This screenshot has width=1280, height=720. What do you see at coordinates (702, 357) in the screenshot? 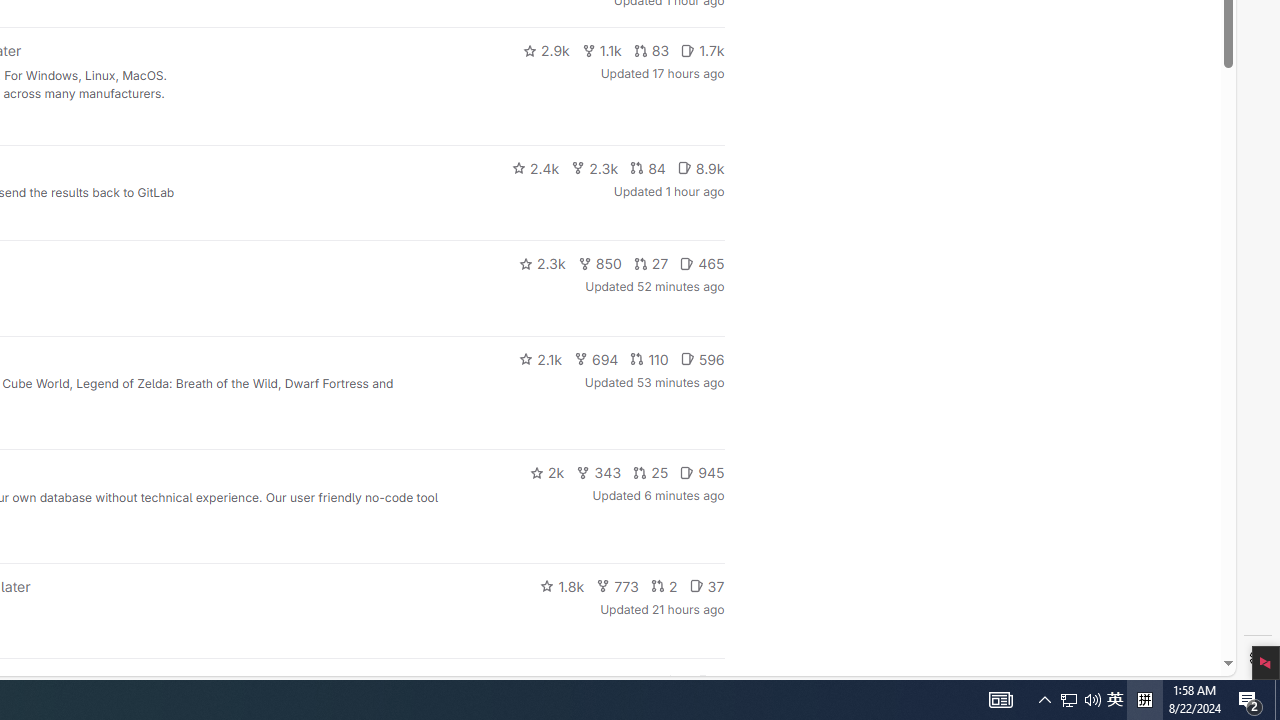
I see `'596'` at bounding box center [702, 357].